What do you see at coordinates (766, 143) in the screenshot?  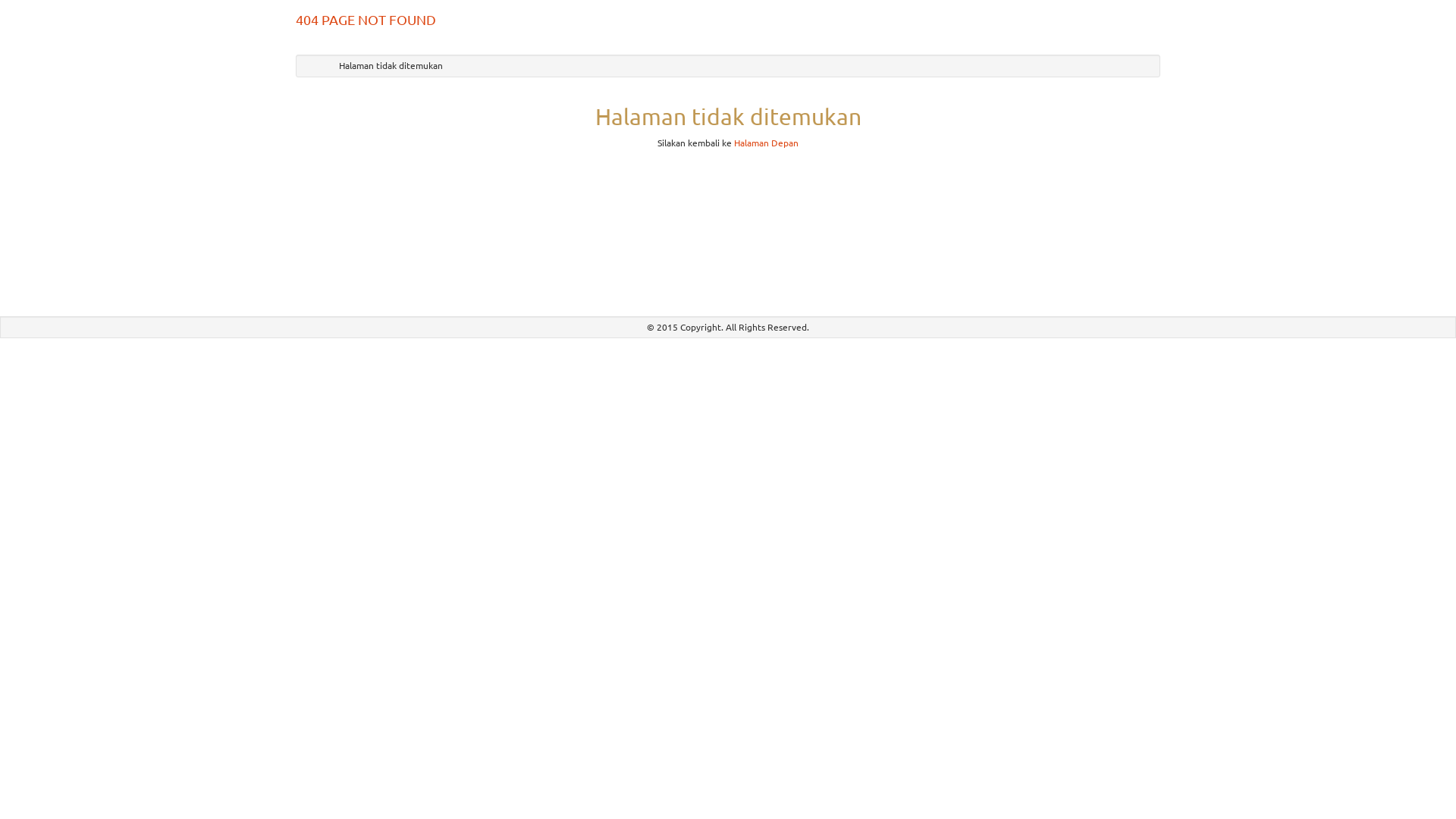 I see `'Halaman Depan'` at bounding box center [766, 143].